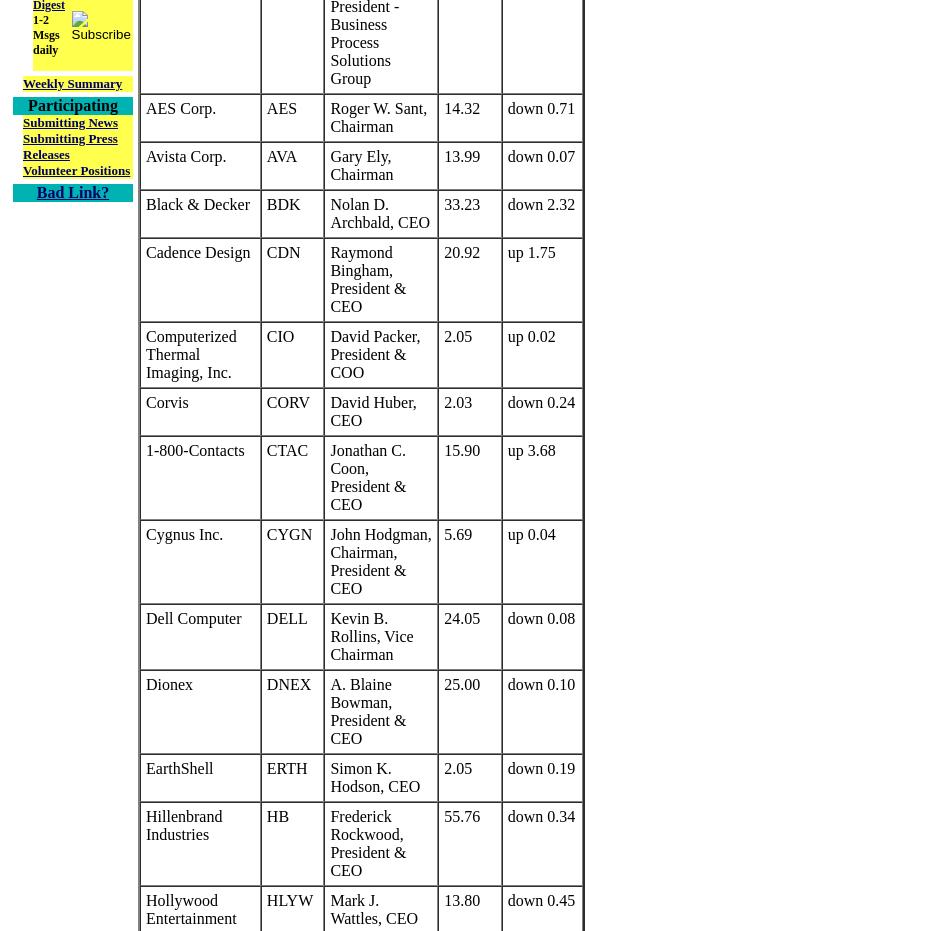 This screenshot has width=945, height=931. What do you see at coordinates (371, 410) in the screenshot?
I see `'David Huber, CEO'` at bounding box center [371, 410].